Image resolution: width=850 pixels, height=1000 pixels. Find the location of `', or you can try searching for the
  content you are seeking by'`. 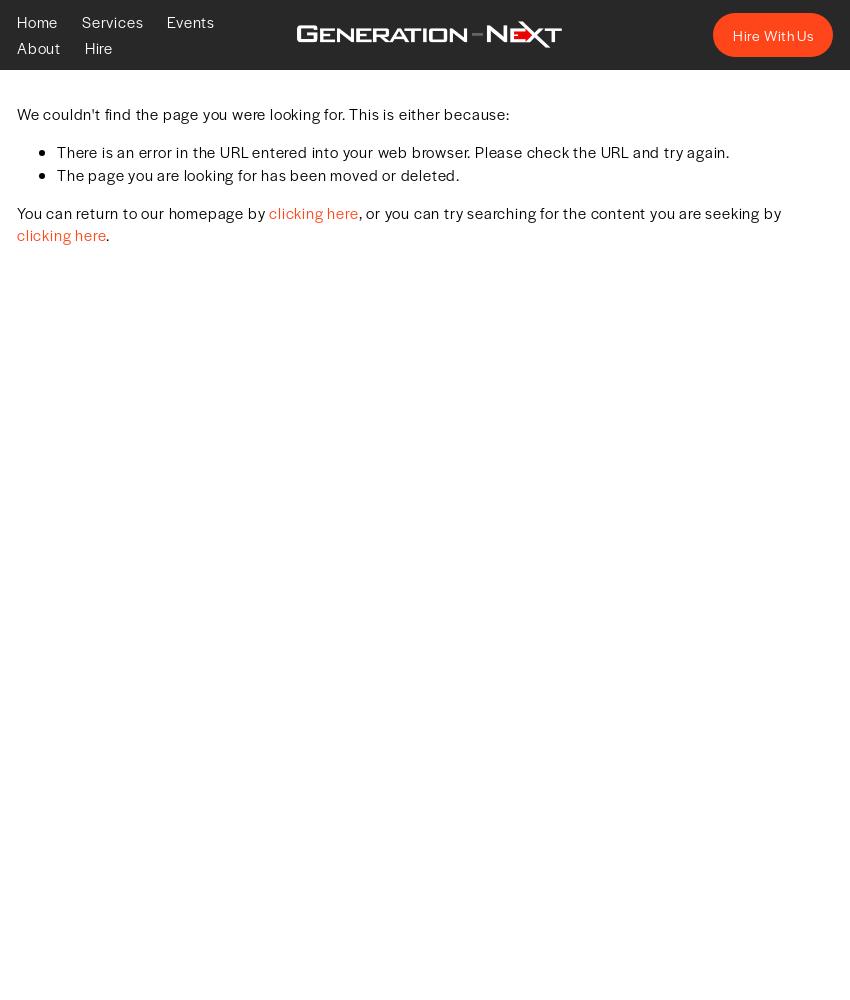

', or you can try searching for the
  content you are seeking by' is located at coordinates (569, 211).